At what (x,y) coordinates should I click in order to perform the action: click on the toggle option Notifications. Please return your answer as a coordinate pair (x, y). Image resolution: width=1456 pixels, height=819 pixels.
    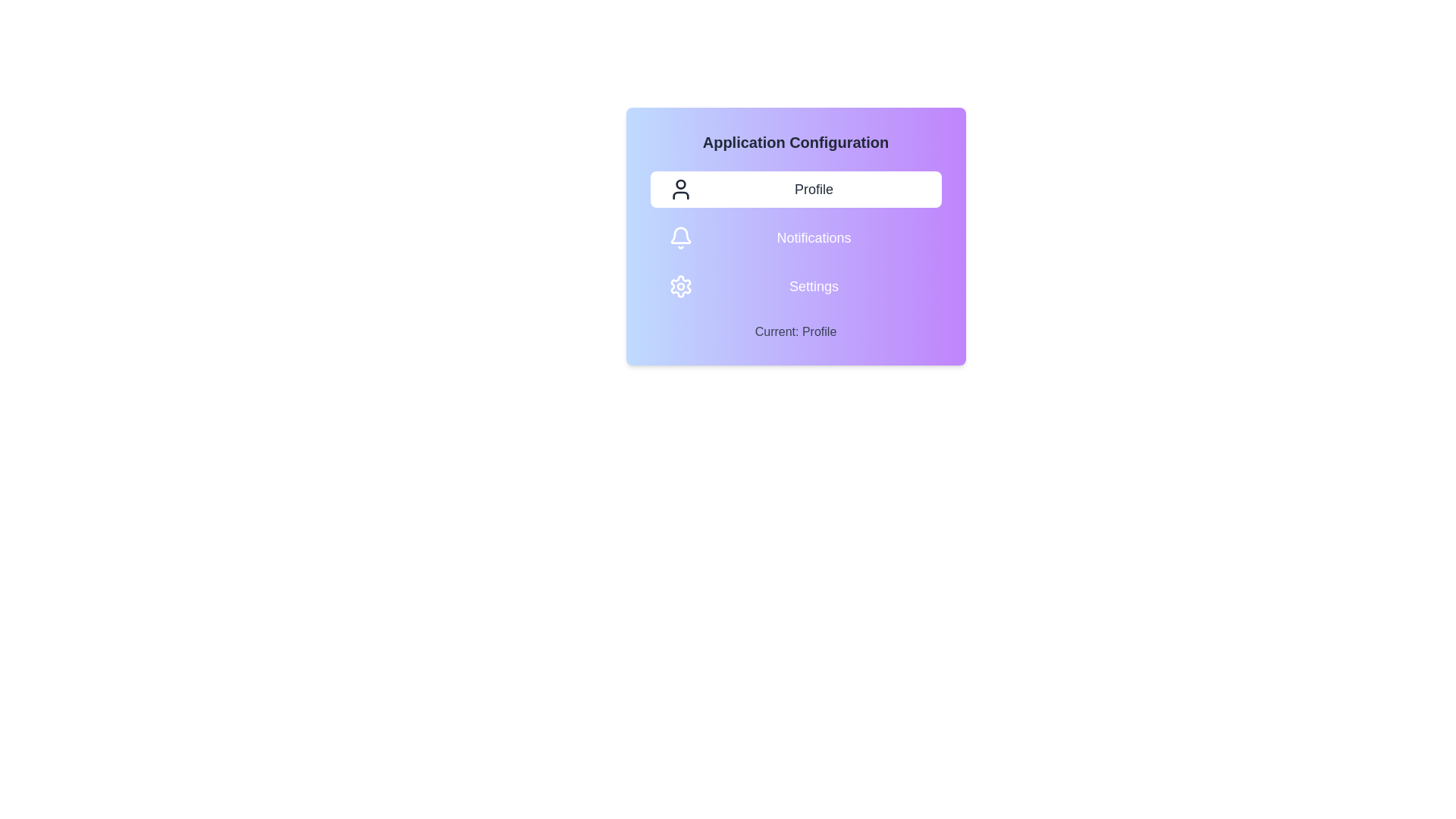
    Looking at the image, I should click on (795, 237).